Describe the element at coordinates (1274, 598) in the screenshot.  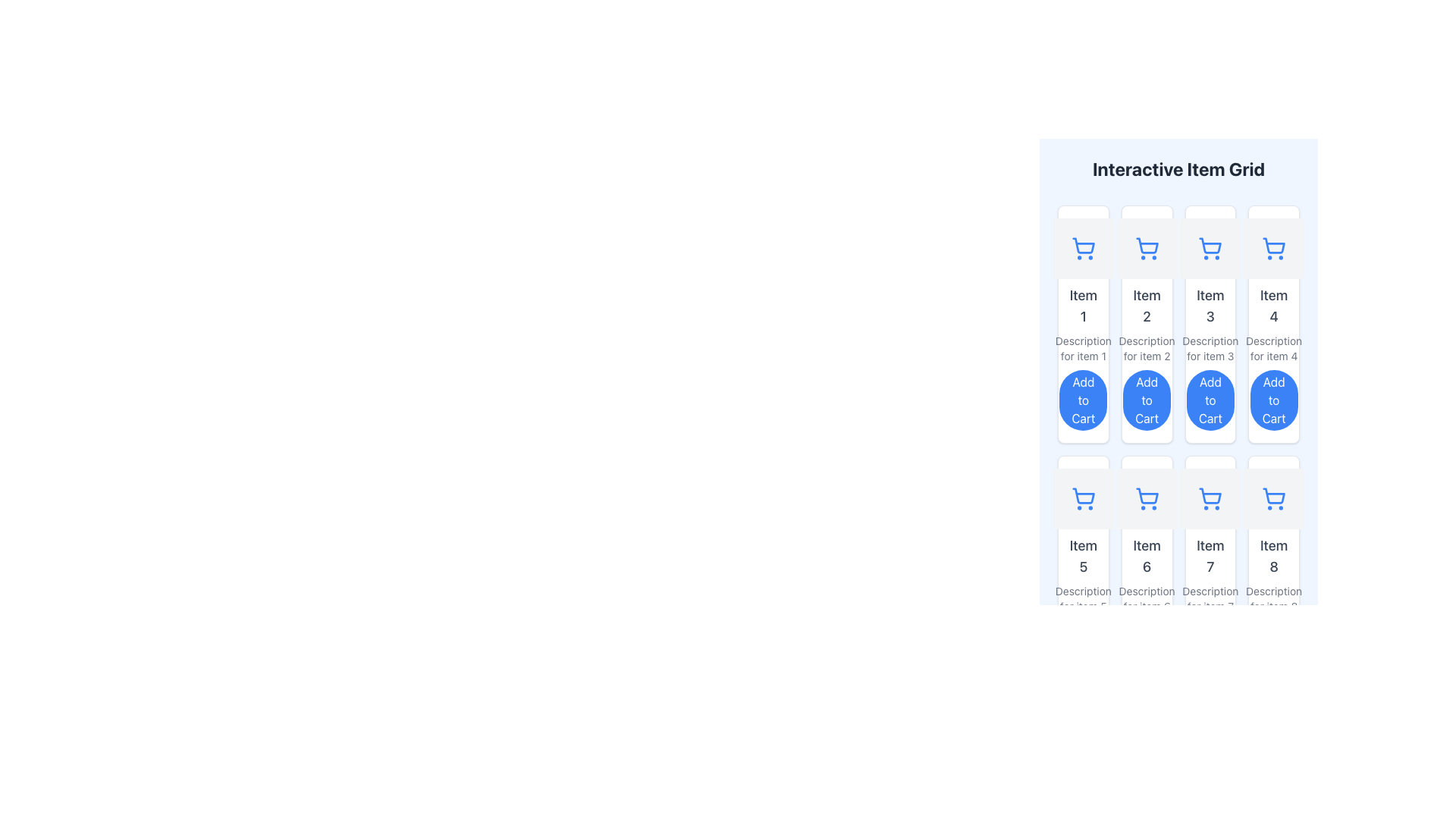
I see `the text label that reads 'Description for item 8', which is styled in a smaller gray font and located below the title 'Item 8' and above the 'Add to Cart' button` at that location.